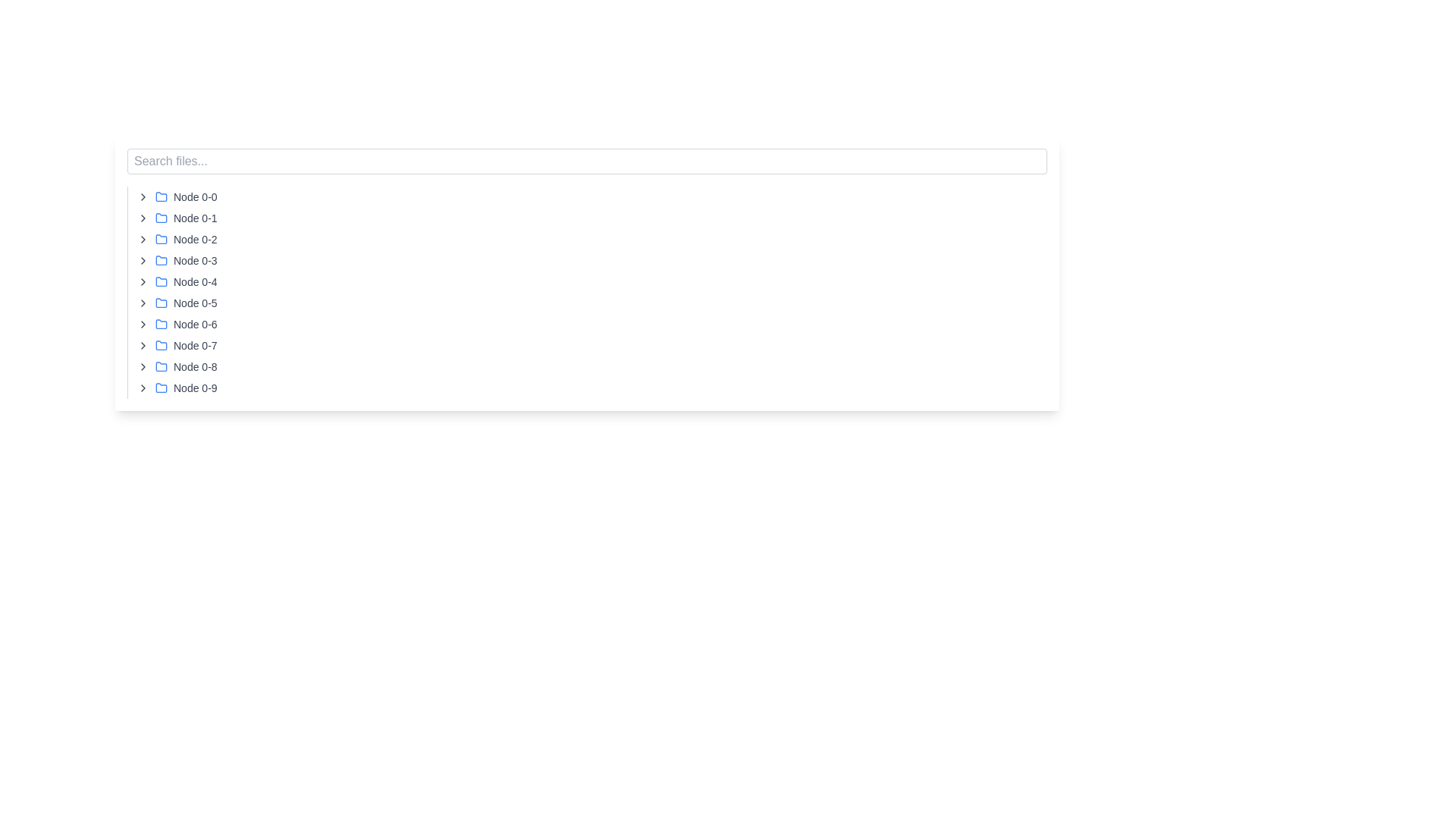  What do you see at coordinates (143, 366) in the screenshot?
I see `the chevron icon located on the far-left side of the 'Node 0-8' label` at bounding box center [143, 366].